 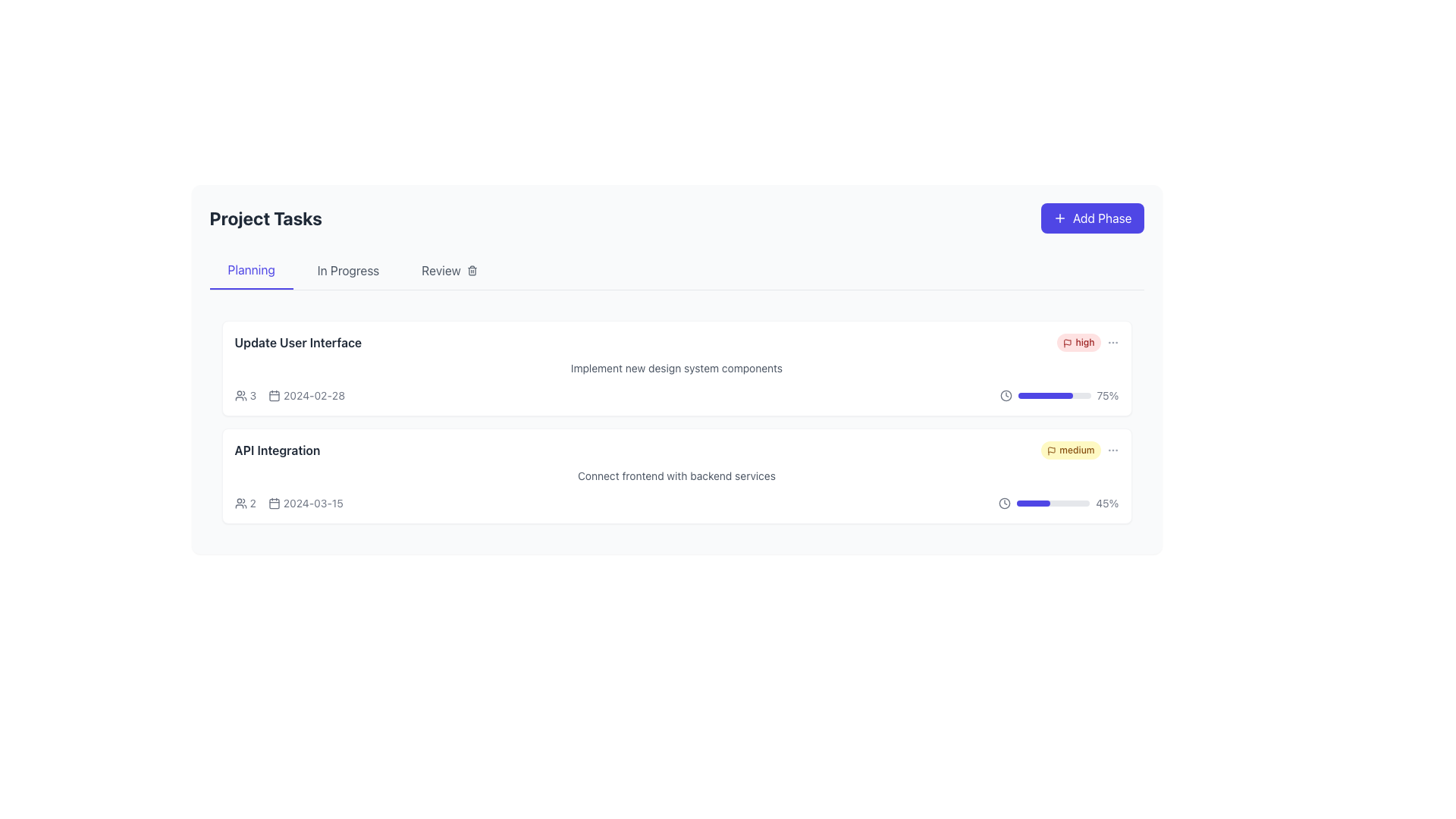 What do you see at coordinates (1059, 218) in the screenshot?
I see `the 'Add Phase' button, which contains a white plus sign icon on a blue background, located at the top-right corner of the interface` at bounding box center [1059, 218].